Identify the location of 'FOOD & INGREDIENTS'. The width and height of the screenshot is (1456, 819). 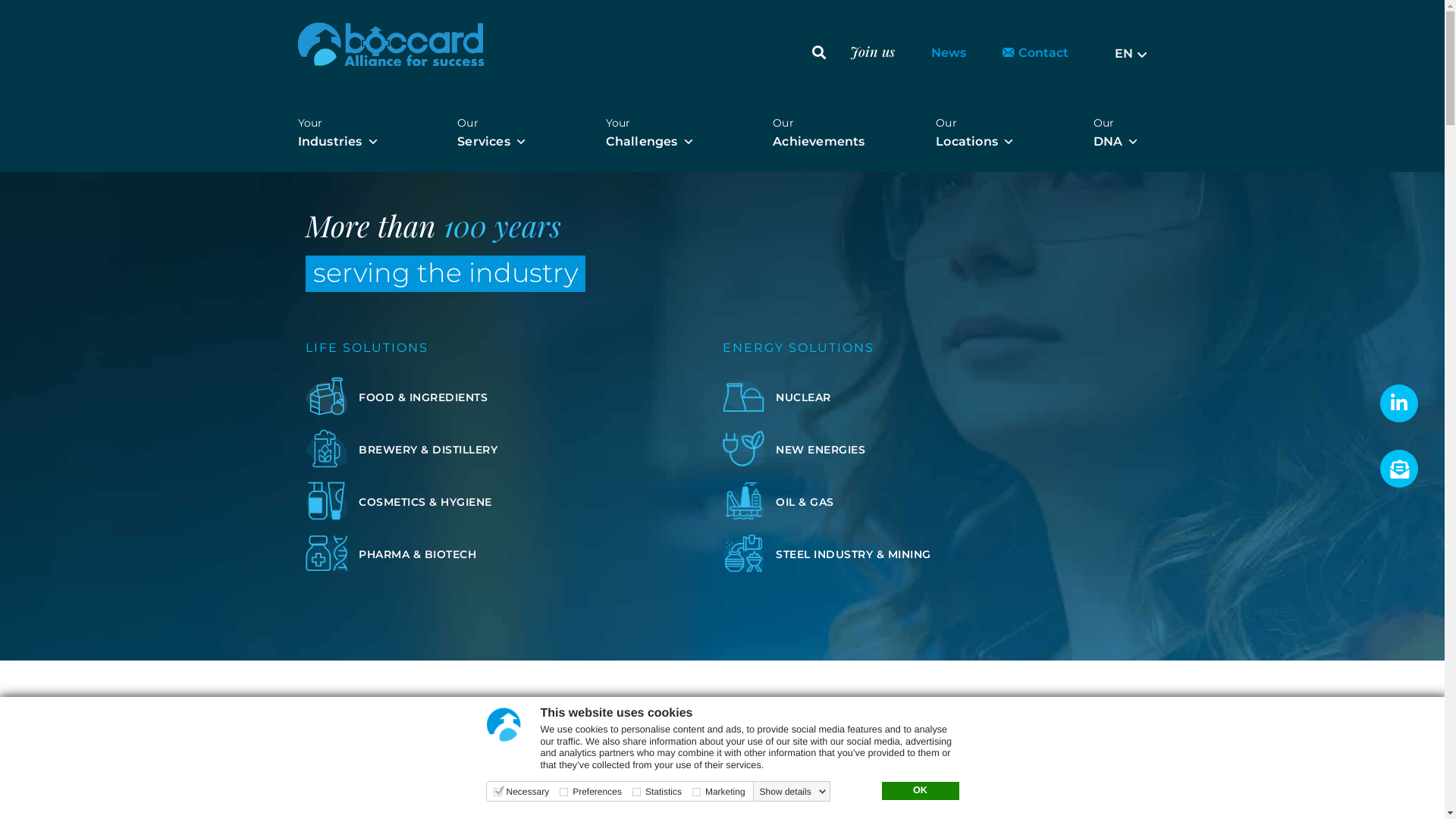
(422, 396).